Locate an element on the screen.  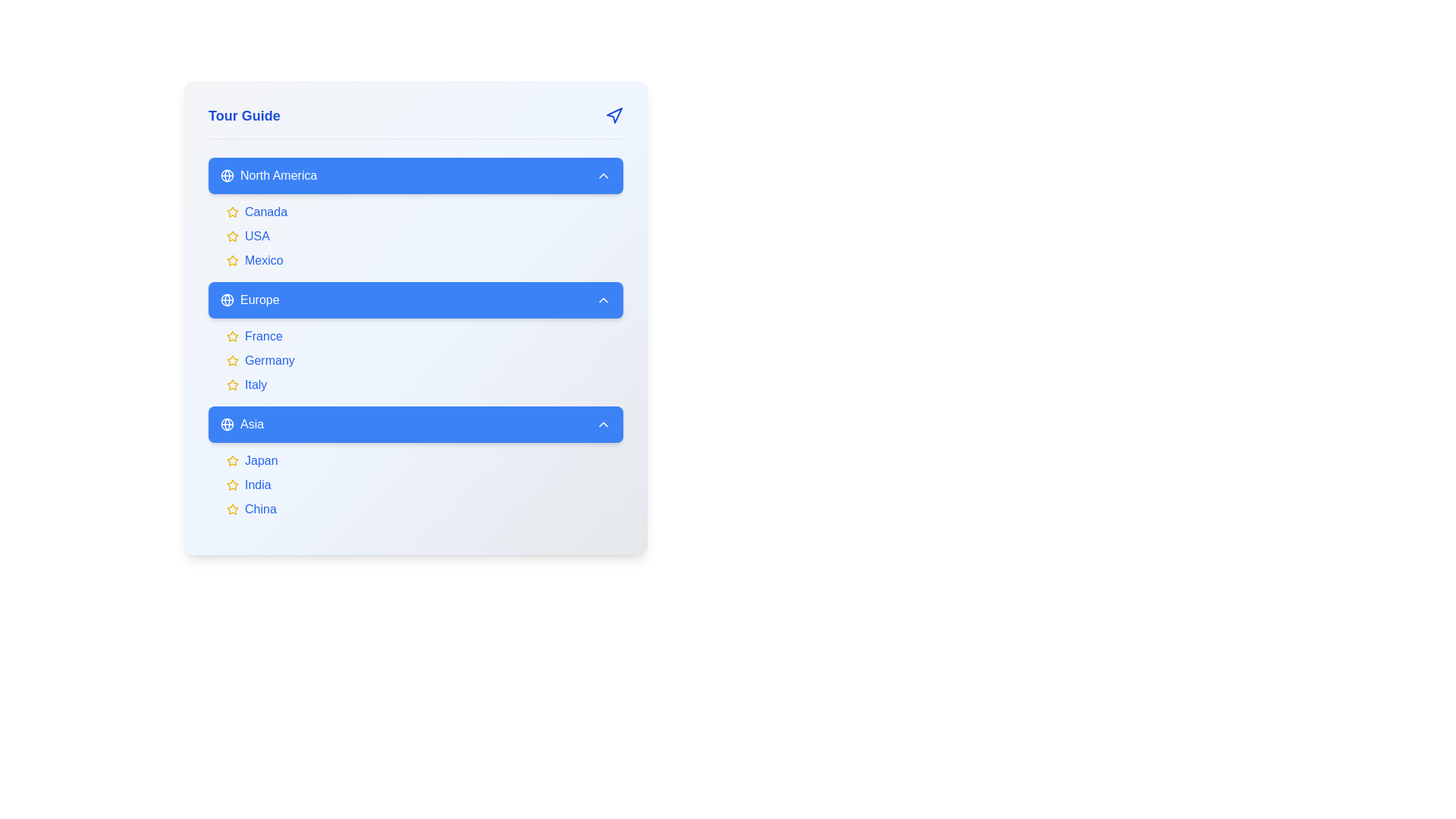
the star icon positioned to the left of the 'USA' text label is located at coordinates (232, 236).